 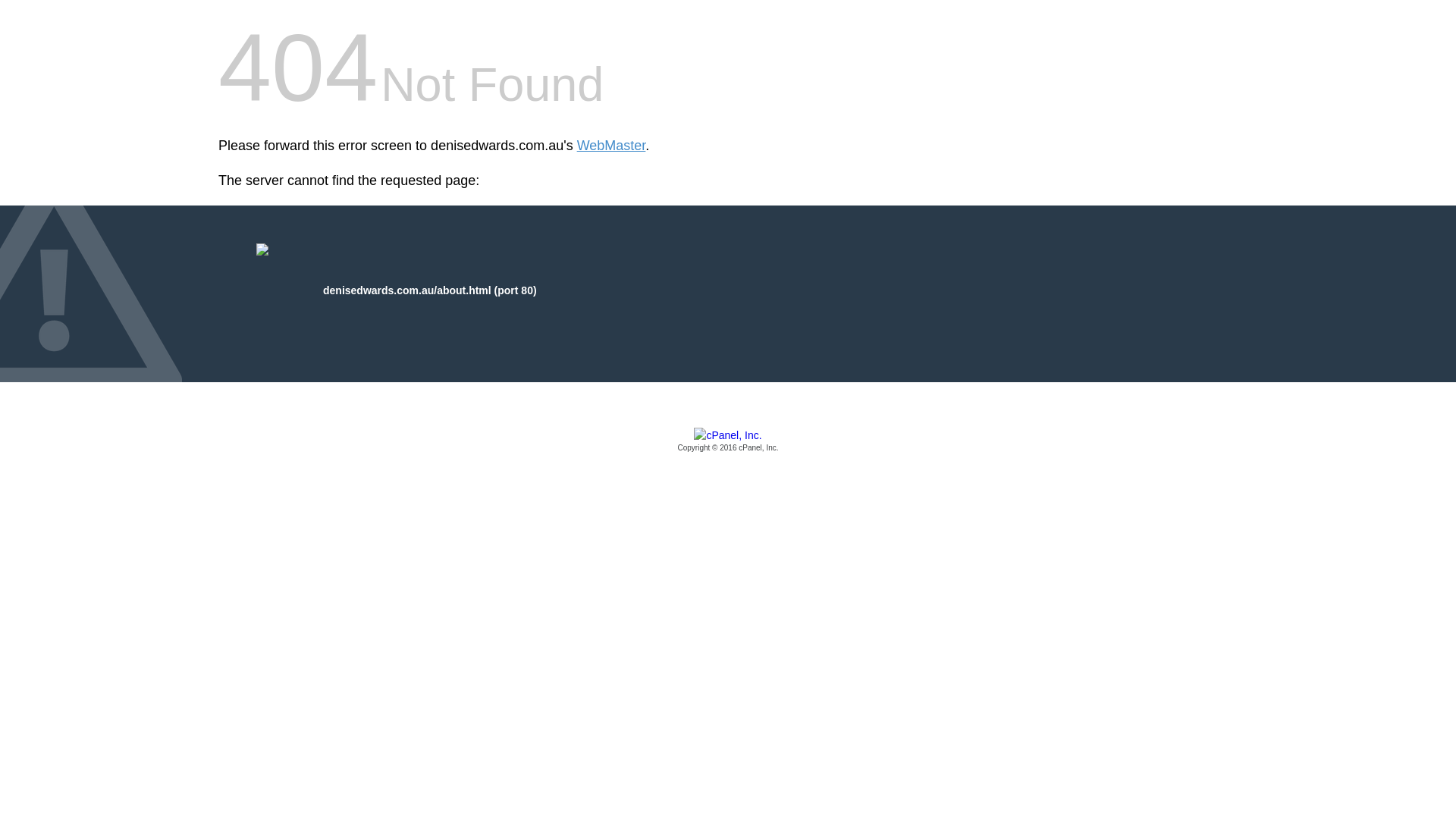 What do you see at coordinates (611, 146) in the screenshot?
I see `'WebMaster'` at bounding box center [611, 146].